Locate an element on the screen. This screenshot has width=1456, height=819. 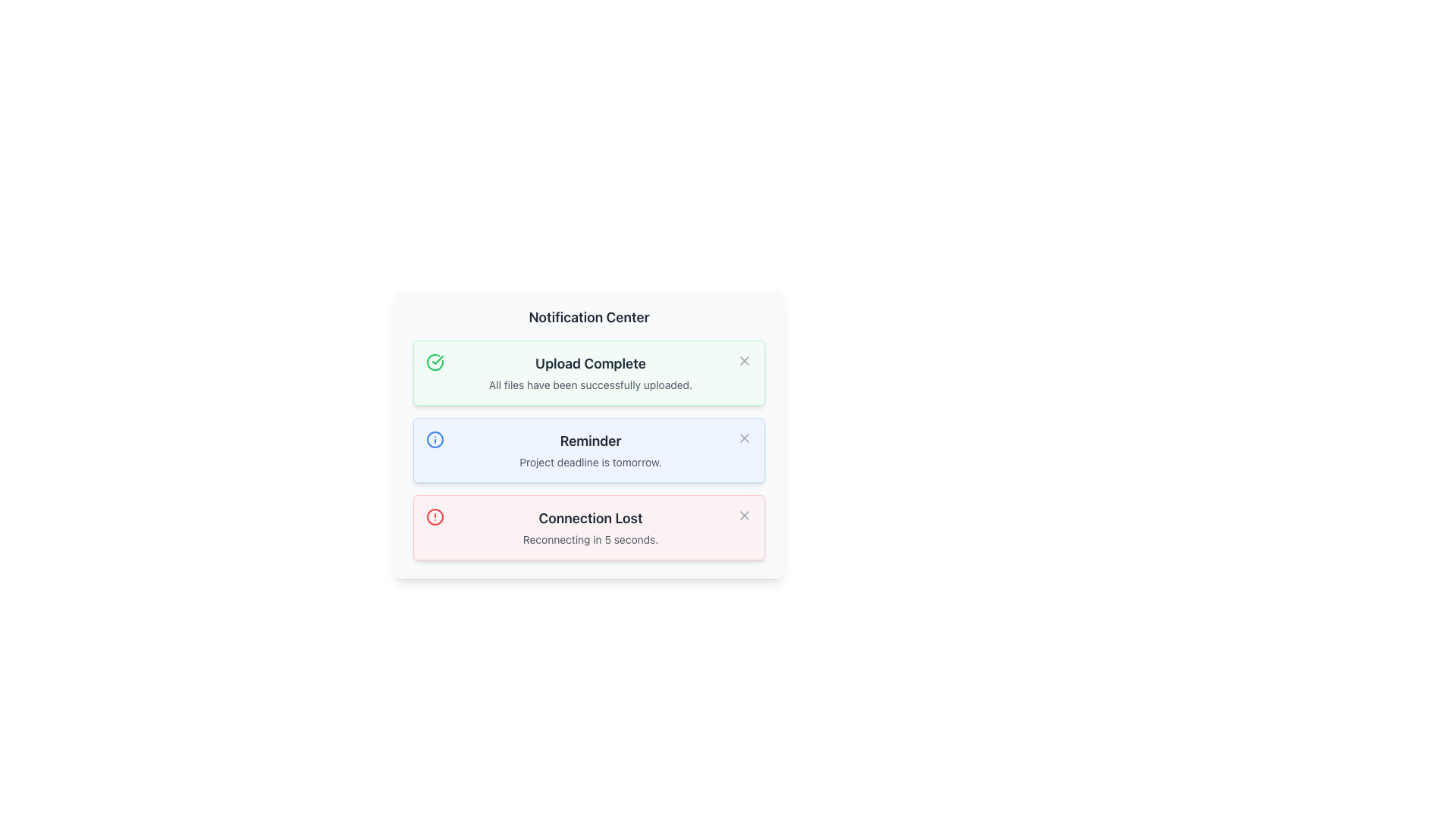
'Upload Complete' text label displayed in bold, large font at the top of the Notification Center interface, centrally positioned within the green-bordered notification box is located at coordinates (589, 363).